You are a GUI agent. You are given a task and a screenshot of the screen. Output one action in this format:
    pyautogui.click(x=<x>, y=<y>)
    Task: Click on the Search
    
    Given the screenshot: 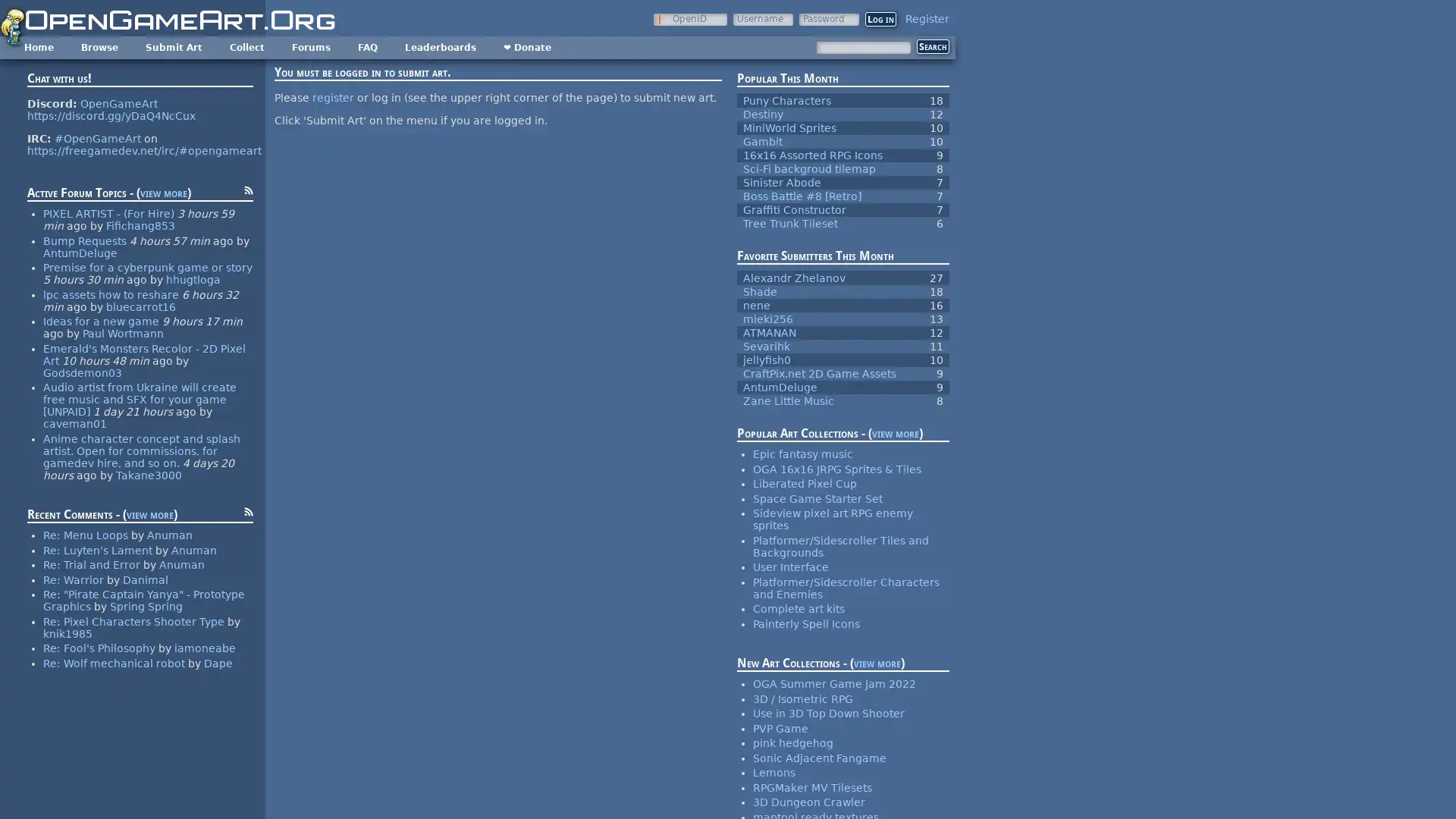 What is the action you would take?
    pyautogui.click(x=932, y=45)
    